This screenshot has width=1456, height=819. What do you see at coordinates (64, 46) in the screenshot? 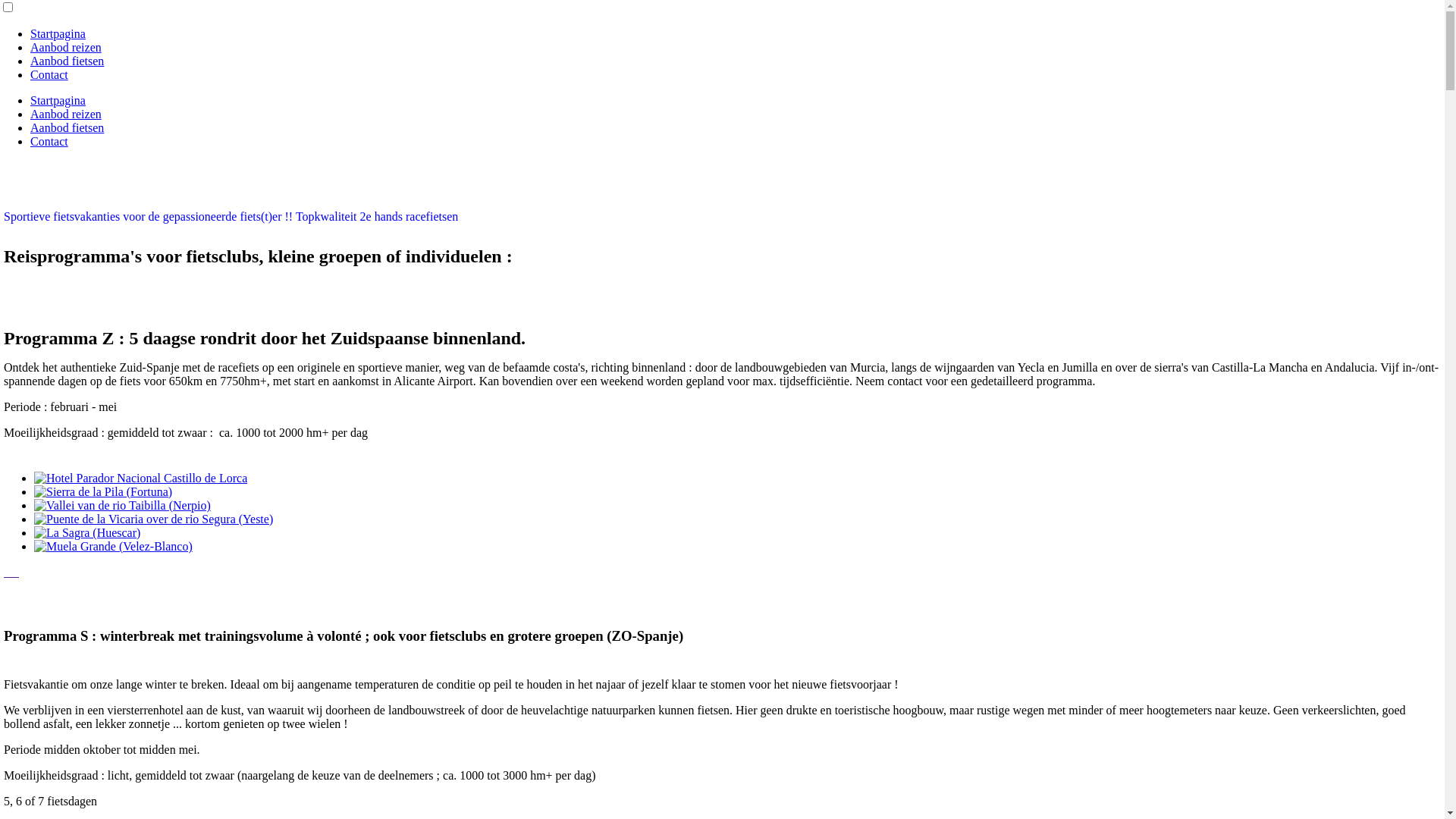
I see `'Aanbod reizen'` at bounding box center [64, 46].